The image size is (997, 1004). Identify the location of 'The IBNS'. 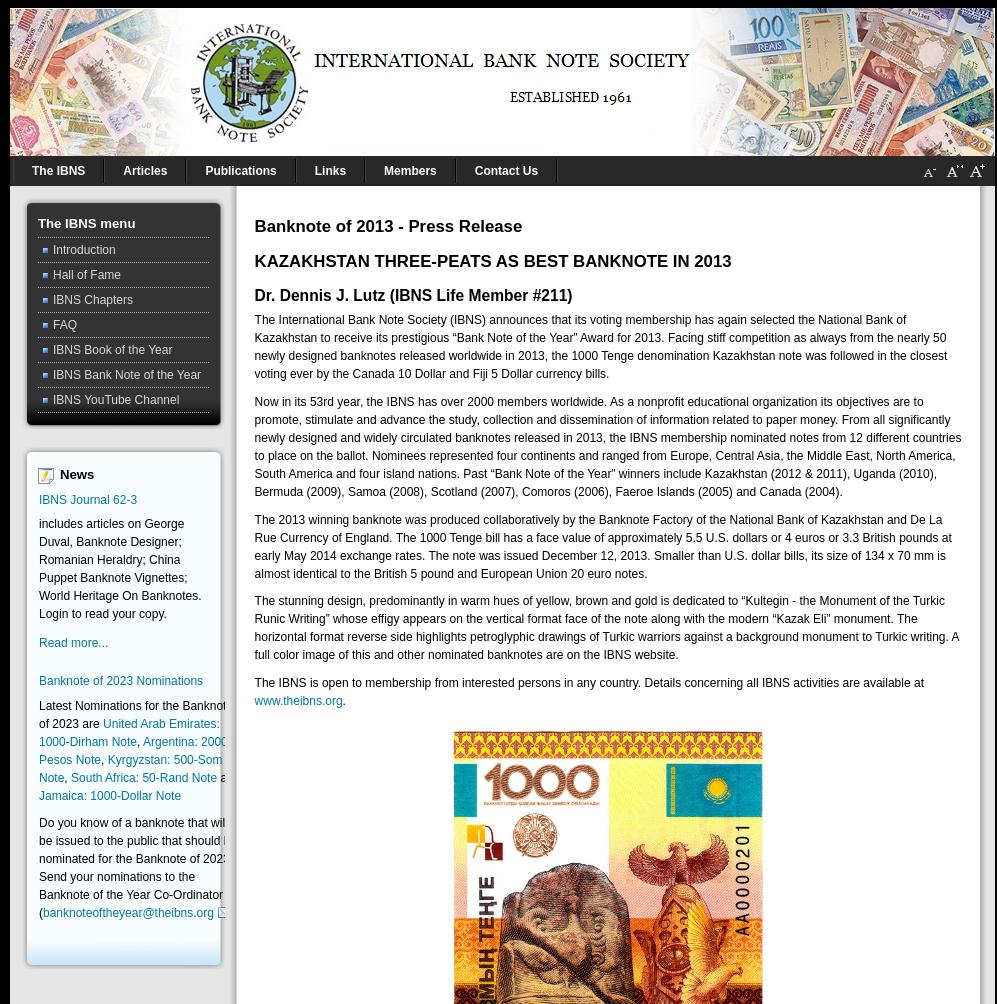
(57, 169).